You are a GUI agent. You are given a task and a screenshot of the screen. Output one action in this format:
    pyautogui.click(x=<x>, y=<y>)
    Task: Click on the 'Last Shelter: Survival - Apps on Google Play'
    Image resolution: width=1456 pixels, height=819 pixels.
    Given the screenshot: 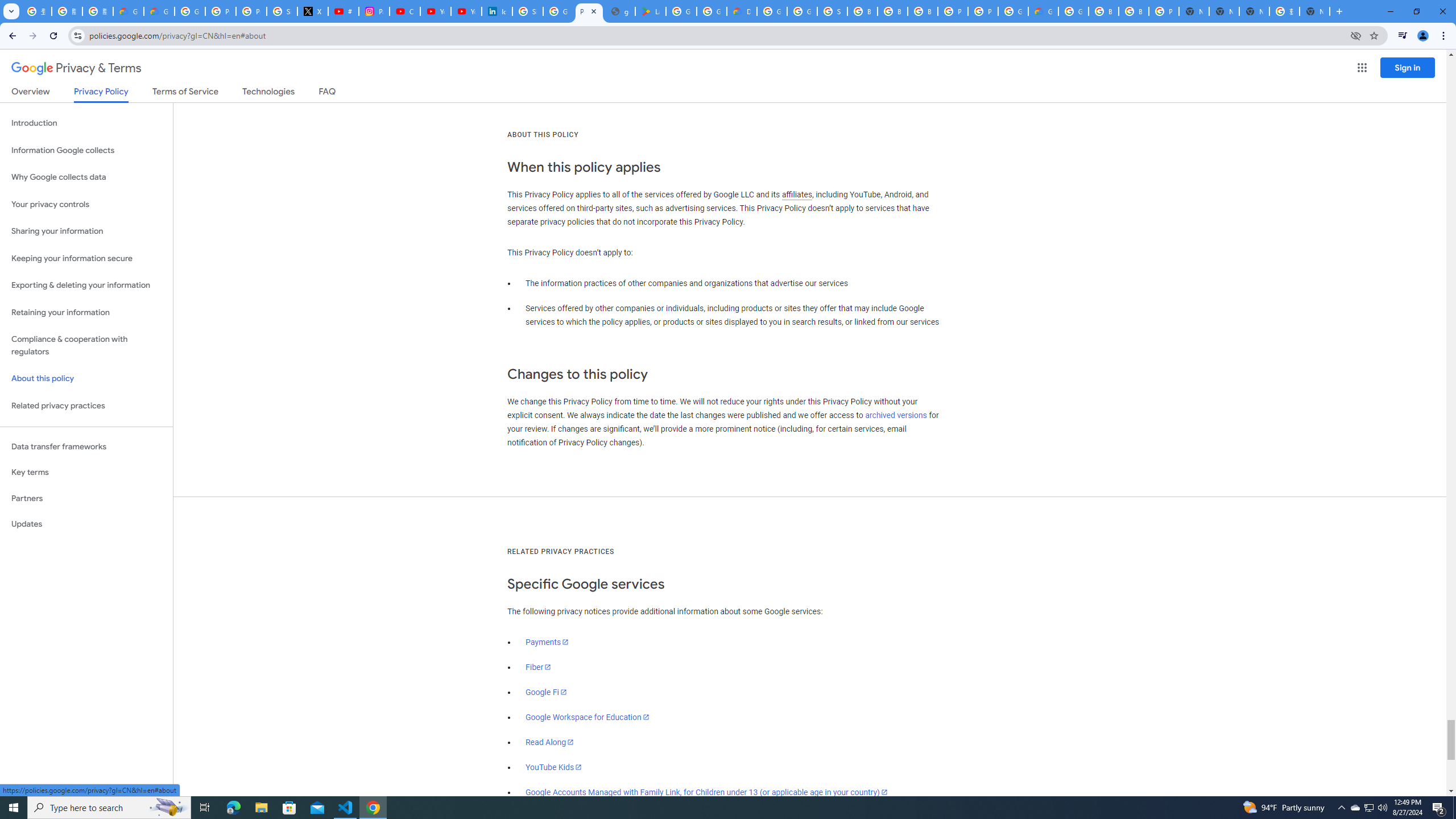 What is the action you would take?
    pyautogui.click(x=651, y=11)
    